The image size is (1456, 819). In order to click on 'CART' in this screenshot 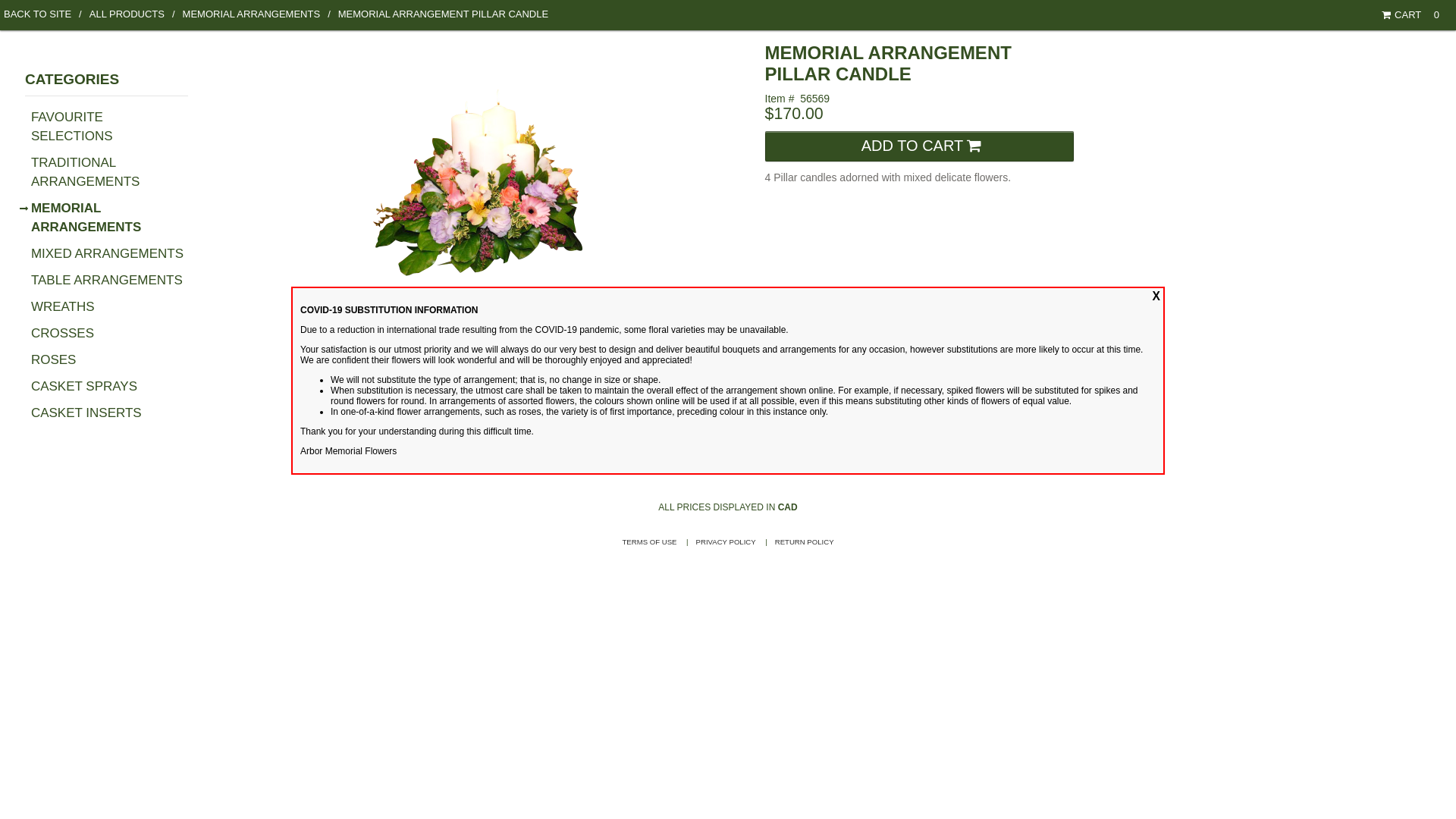, I will do `click(1380, 14)`.